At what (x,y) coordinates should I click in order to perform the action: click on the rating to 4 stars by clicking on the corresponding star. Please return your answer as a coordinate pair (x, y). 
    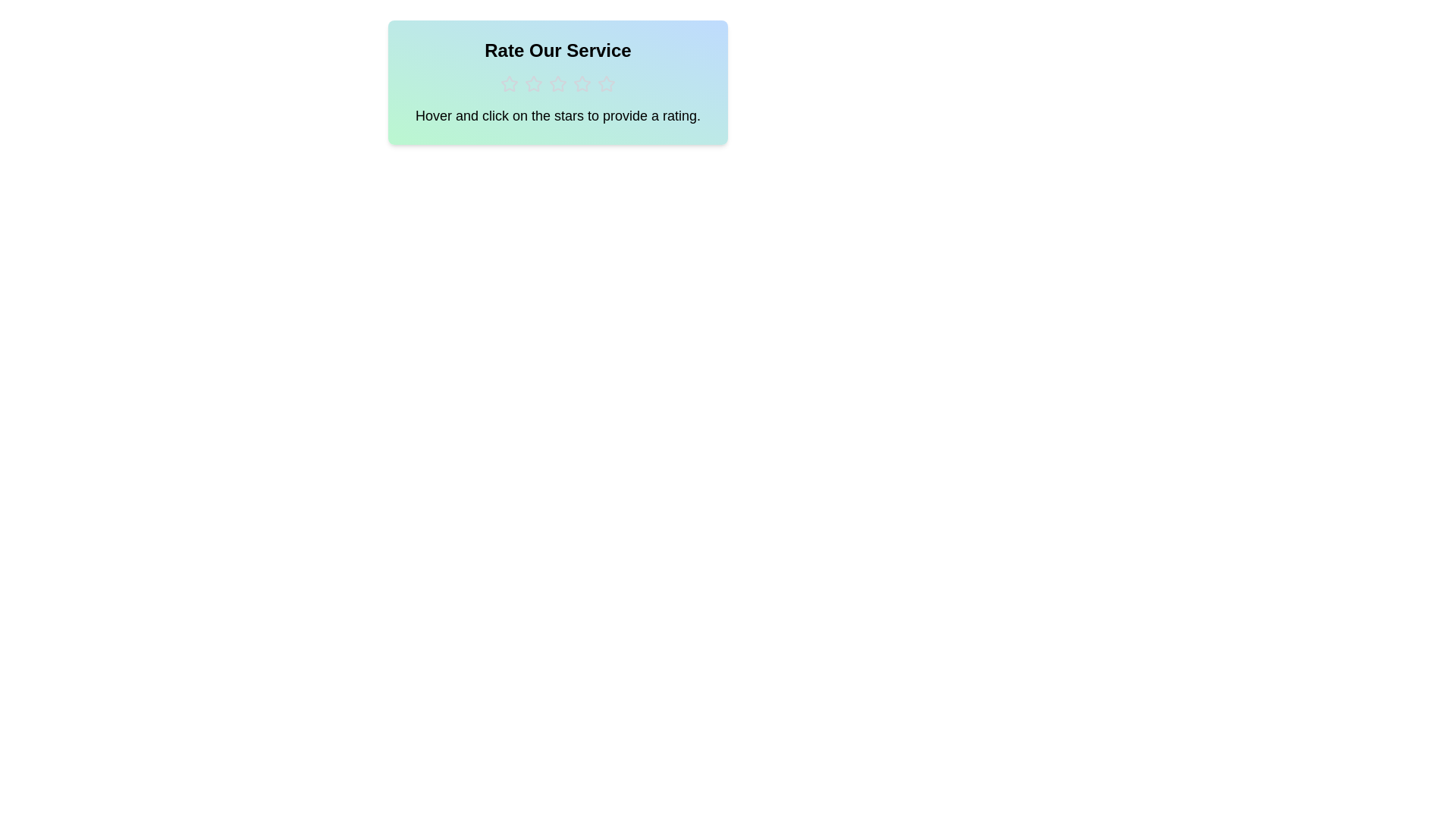
    Looking at the image, I should click on (582, 84).